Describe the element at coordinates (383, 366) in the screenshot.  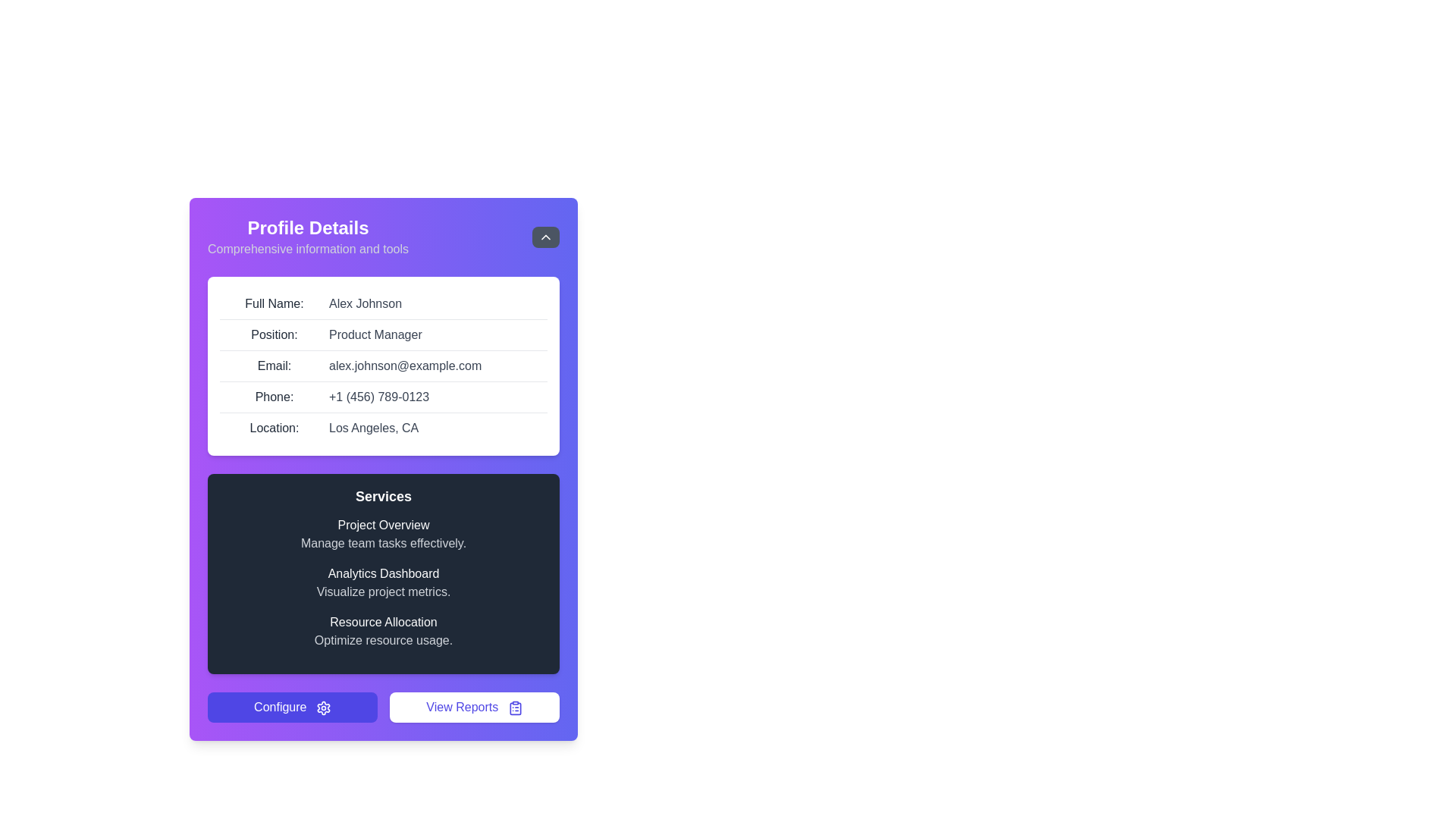
I see `the static text field displaying the email address of the individual, which is located in the middle section of the profile details card, specifically as the third item in a vertically arranged list of information` at that location.